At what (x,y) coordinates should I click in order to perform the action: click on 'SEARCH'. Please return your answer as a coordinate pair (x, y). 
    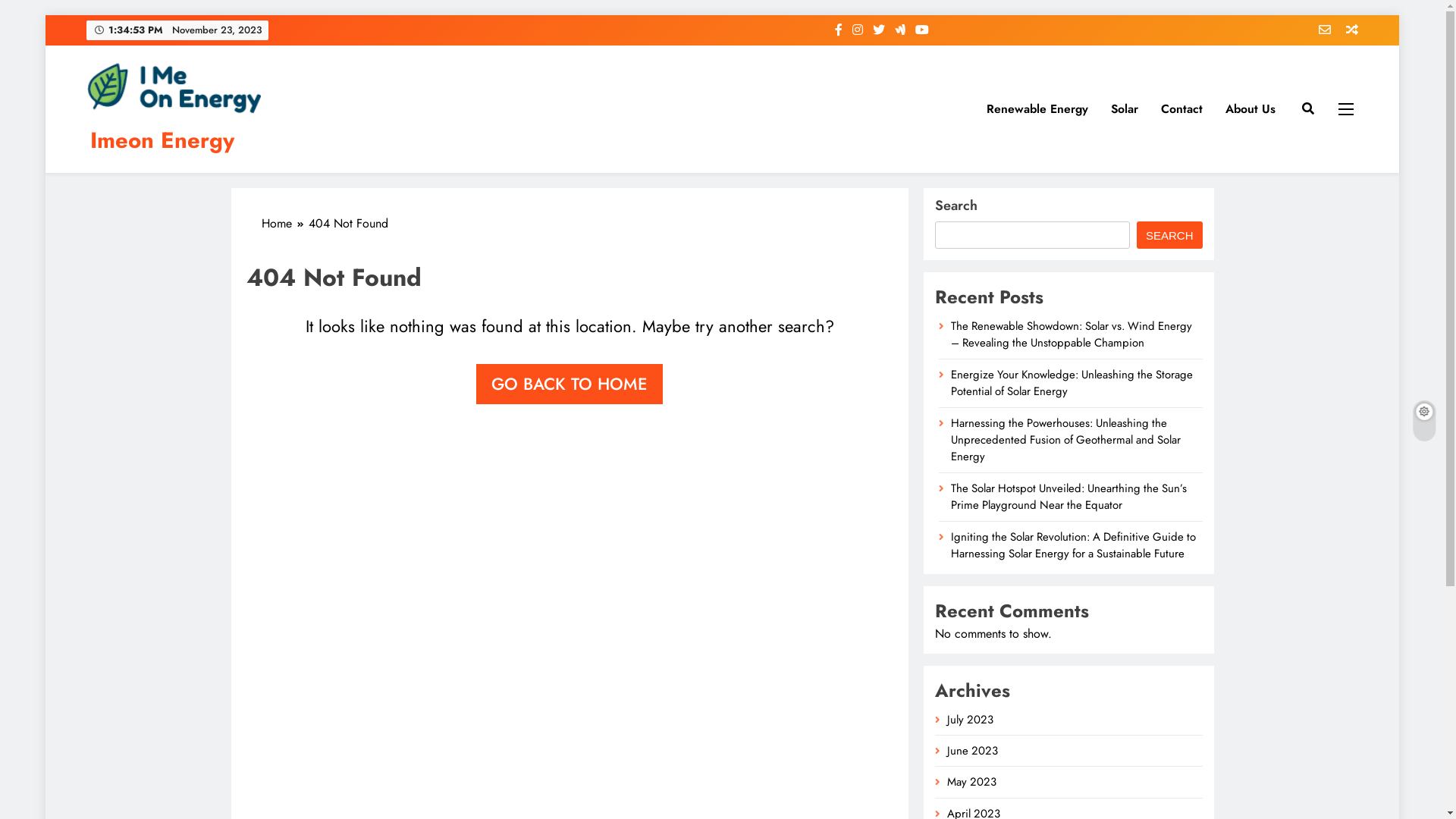
    Looking at the image, I should click on (1169, 234).